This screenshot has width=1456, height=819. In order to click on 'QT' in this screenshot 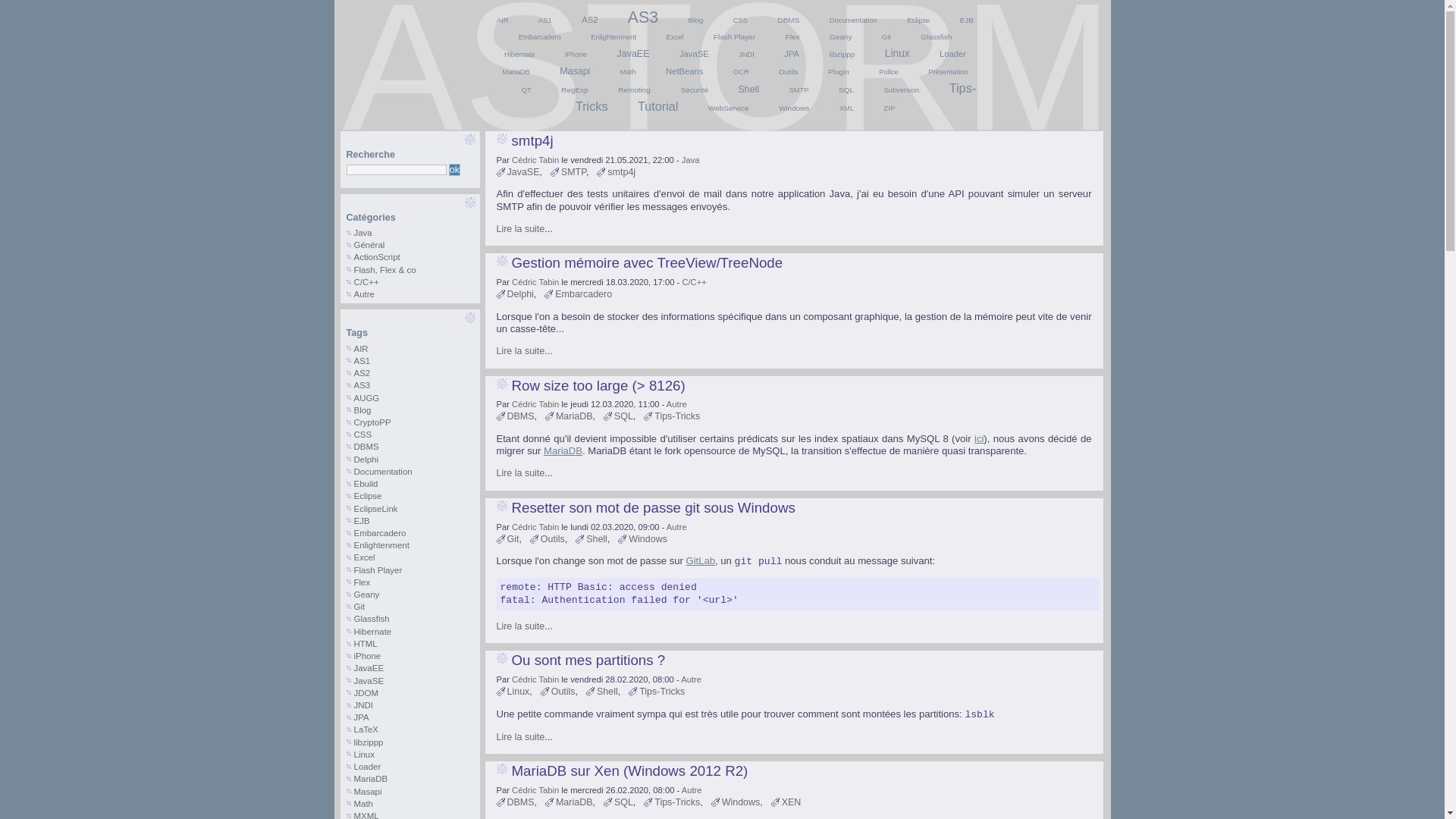, I will do `click(521, 90)`.